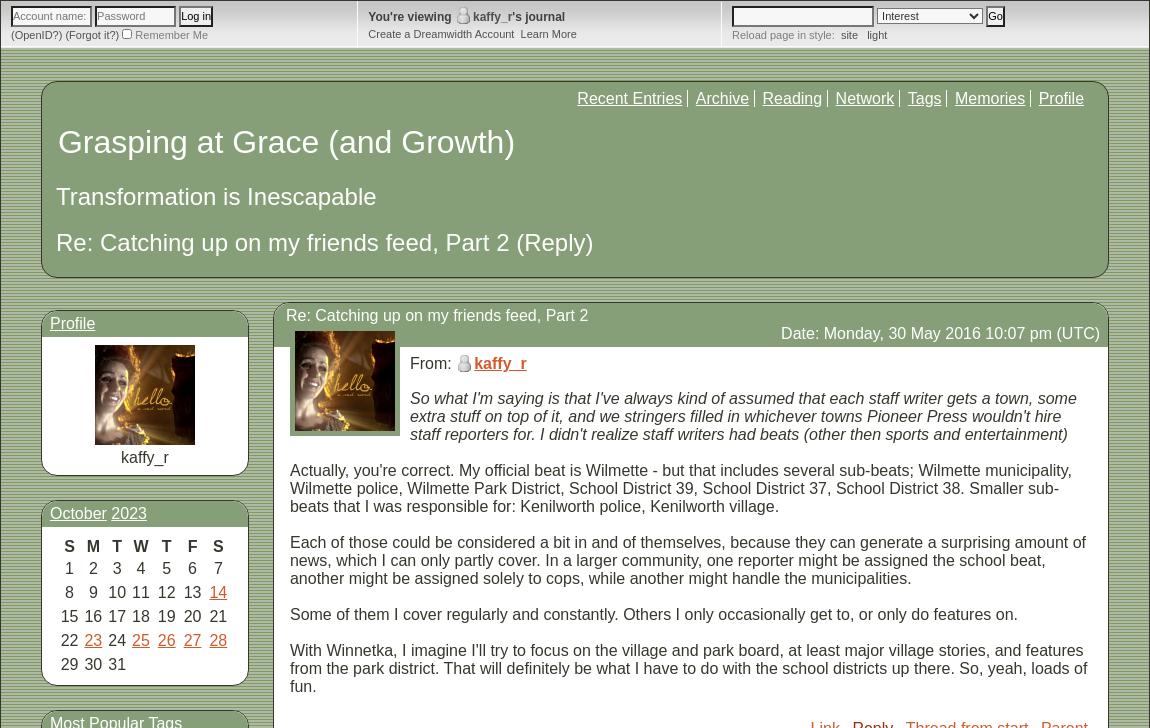 The height and width of the screenshot is (728, 1150). Describe the element at coordinates (164, 640) in the screenshot. I see `'26'` at that location.